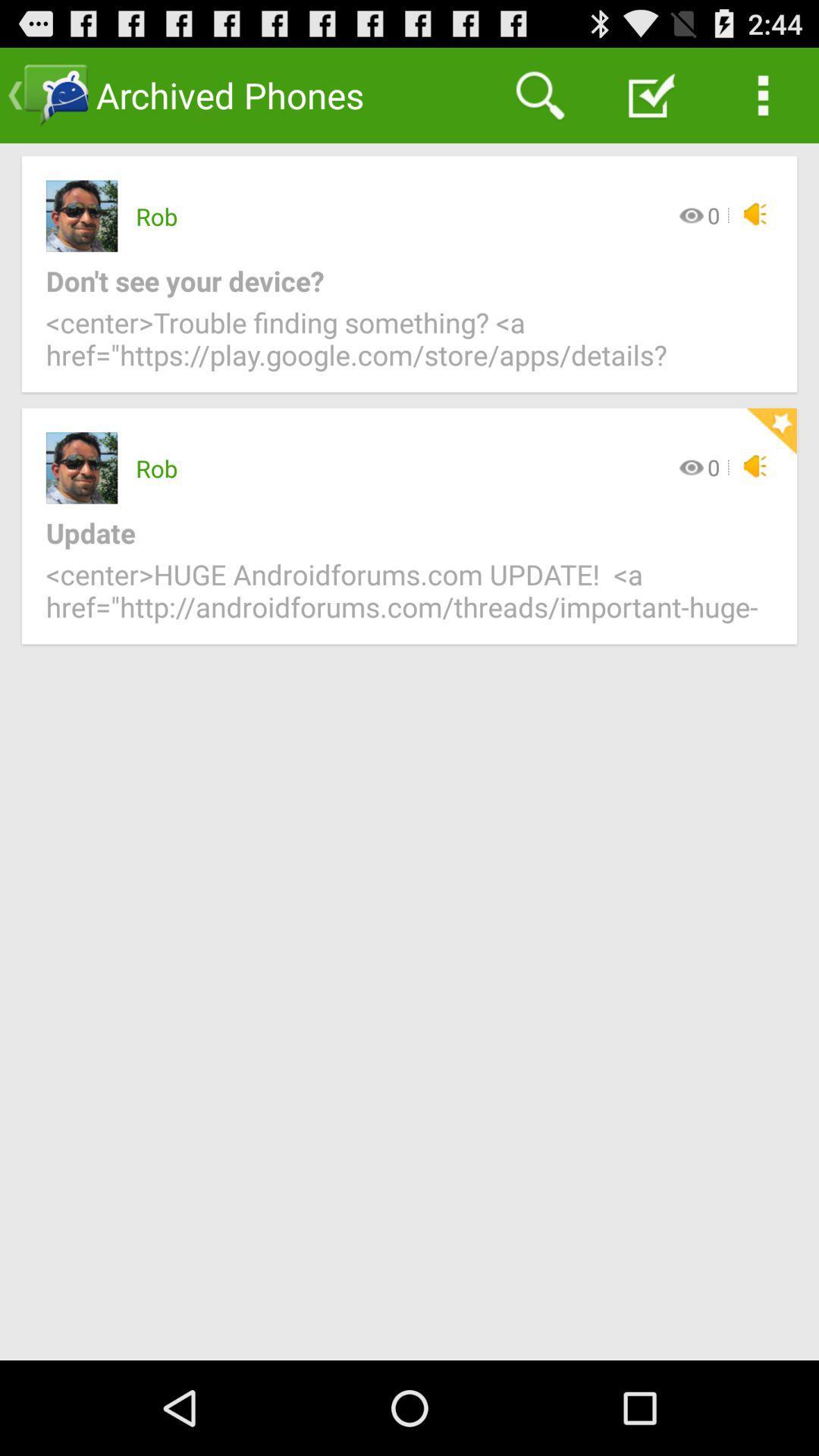  I want to click on item to the right of the archived phones, so click(539, 94).